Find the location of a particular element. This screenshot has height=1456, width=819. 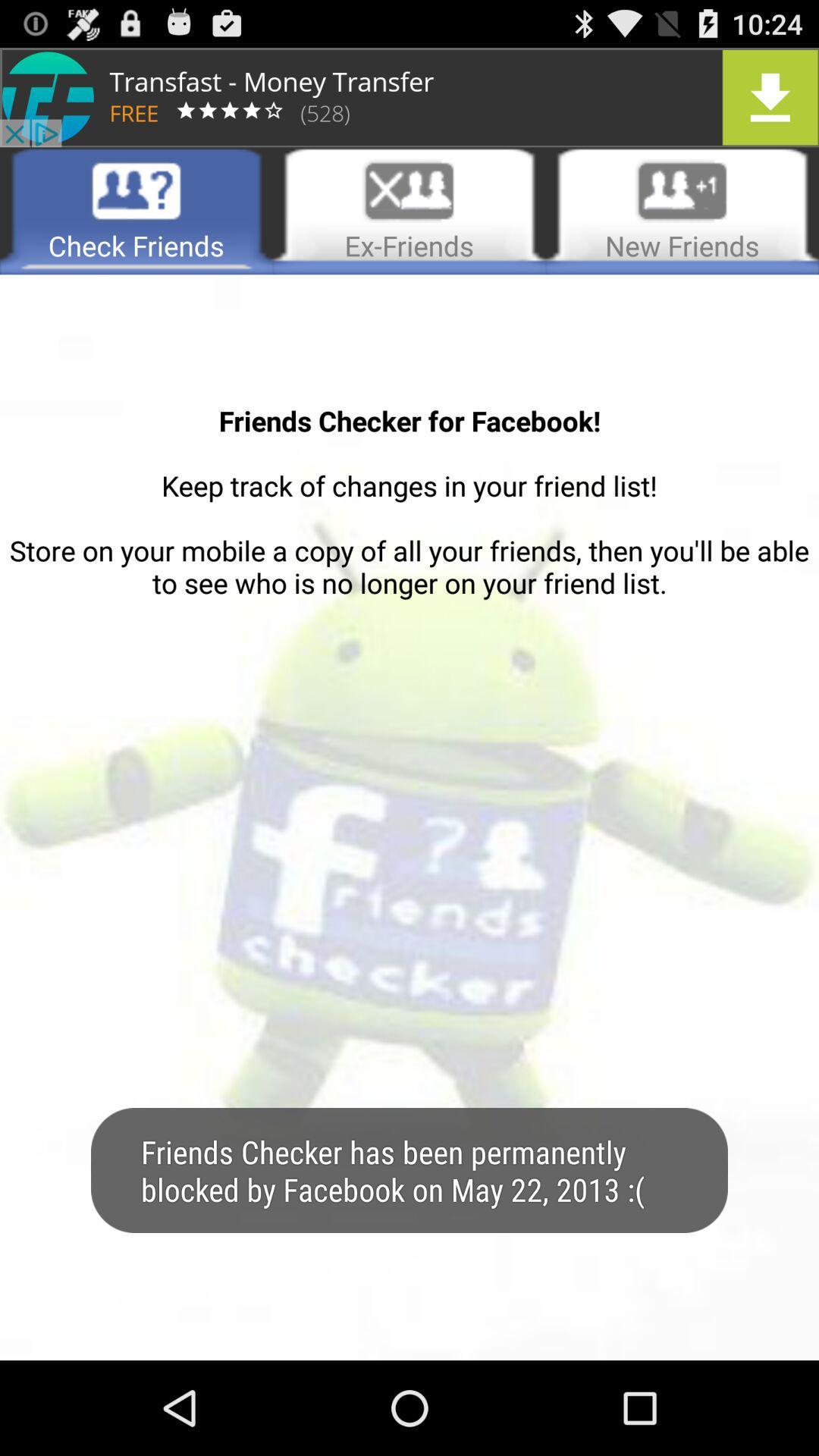

click the advertisement is located at coordinates (409, 96).